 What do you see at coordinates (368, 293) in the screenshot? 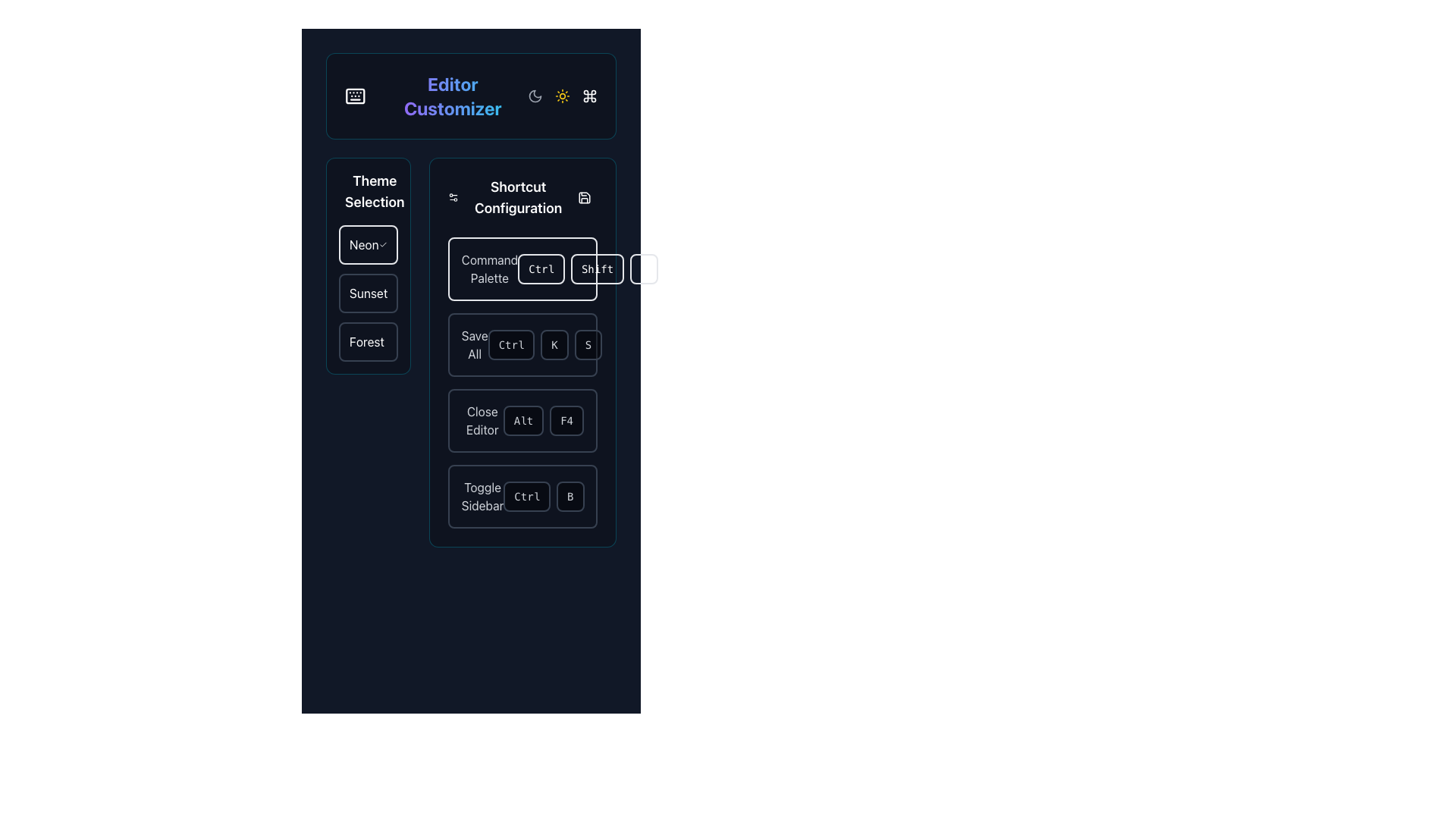
I see `the 'Sunset' button, which is a rectangular button with a dark background and a contrasting border that lightens on hover, located in the 'Theme Selection' section between the 'Neon' and 'Forest' buttons` at bounding box center [368, 293].